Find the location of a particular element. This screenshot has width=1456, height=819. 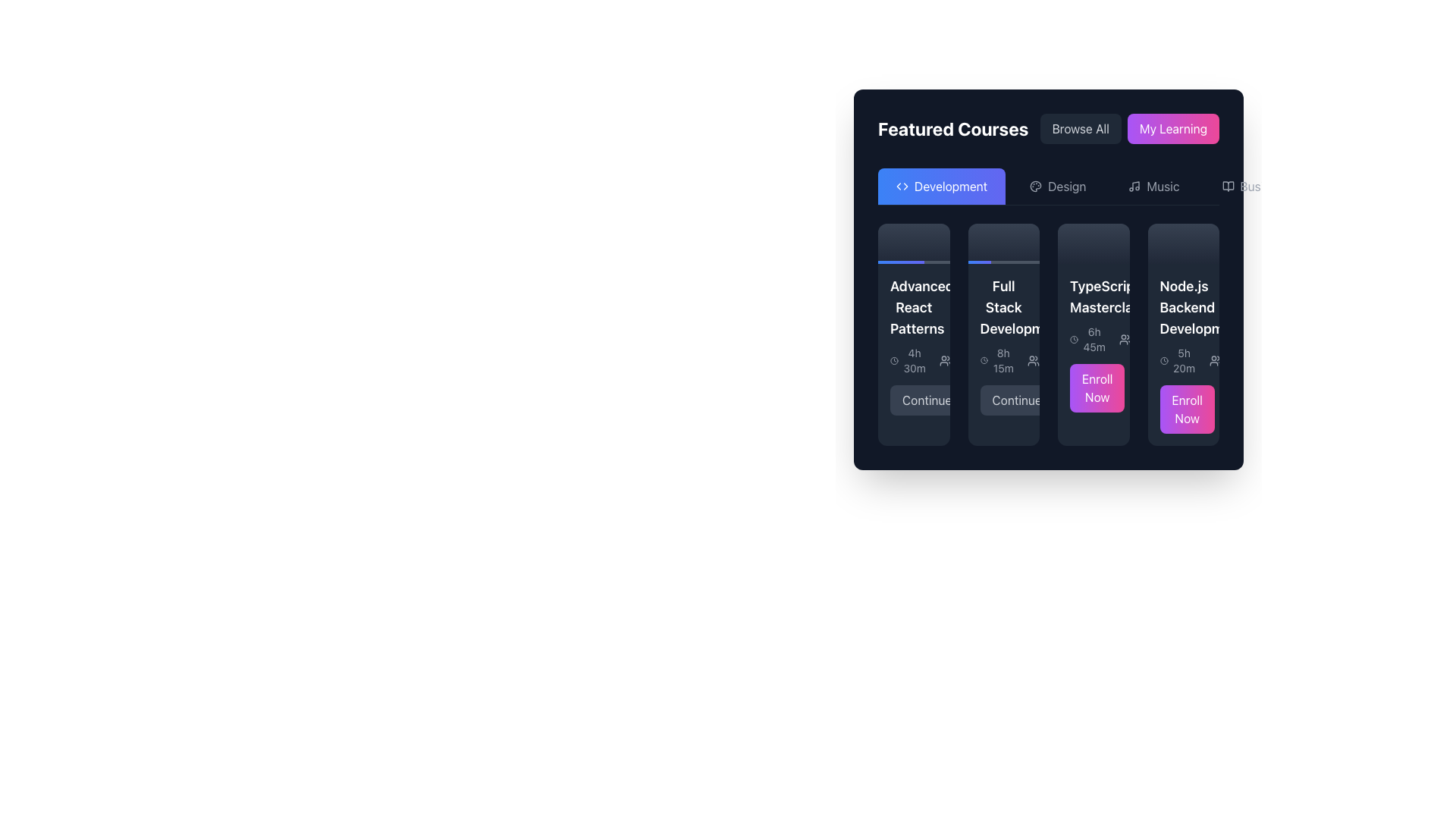

the interactive items within the 'Featured Courses' grid under the 'Development' tab by clicking on the center point is located at coordinates (1047, 333).